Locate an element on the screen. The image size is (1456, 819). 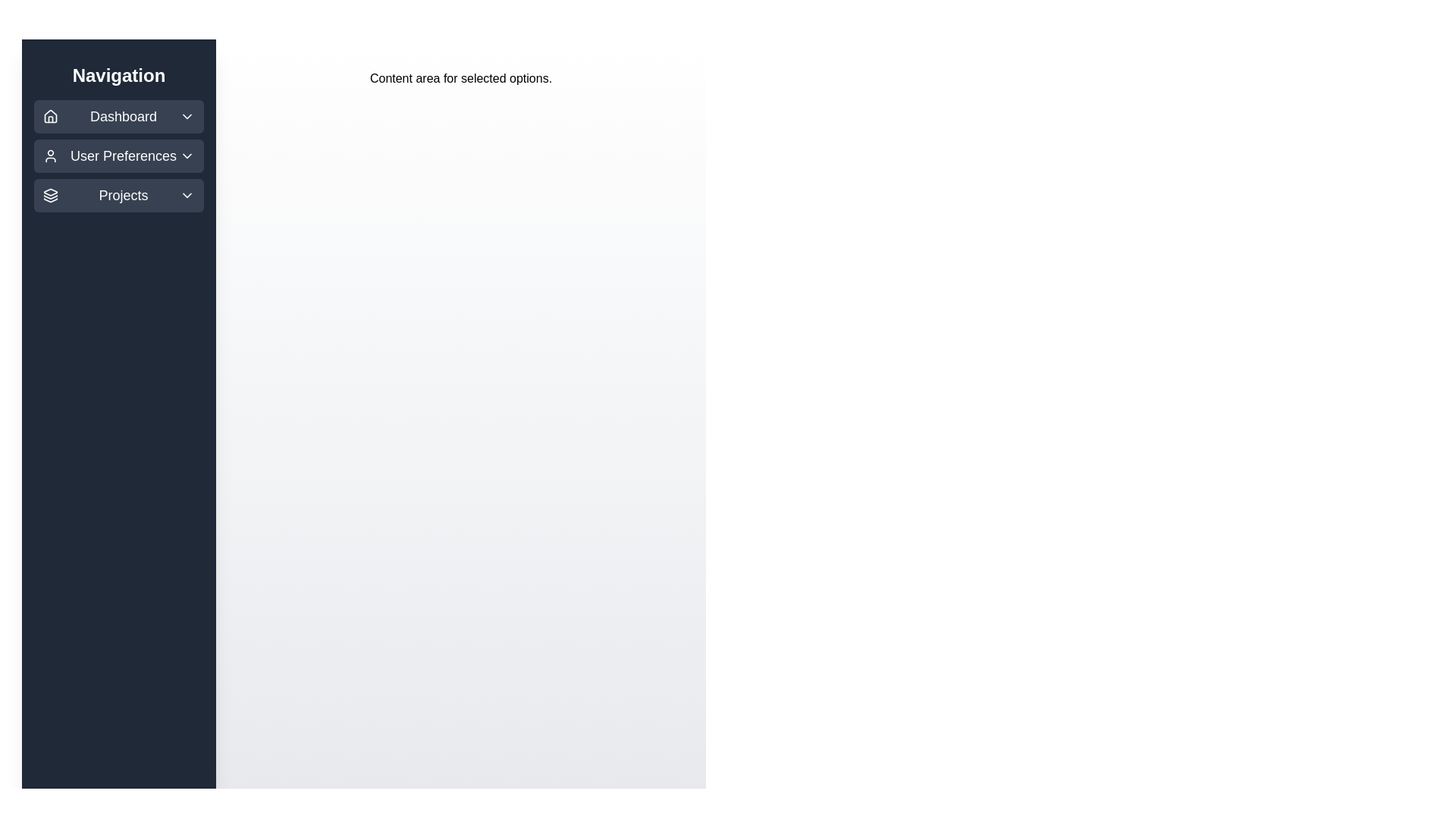
the 'Projects' expandable menu item, which is the third item in the vertical navigation menu on the left side, featuring a downwards chevron and a dark-themed background is located at coordinates (118, 195).